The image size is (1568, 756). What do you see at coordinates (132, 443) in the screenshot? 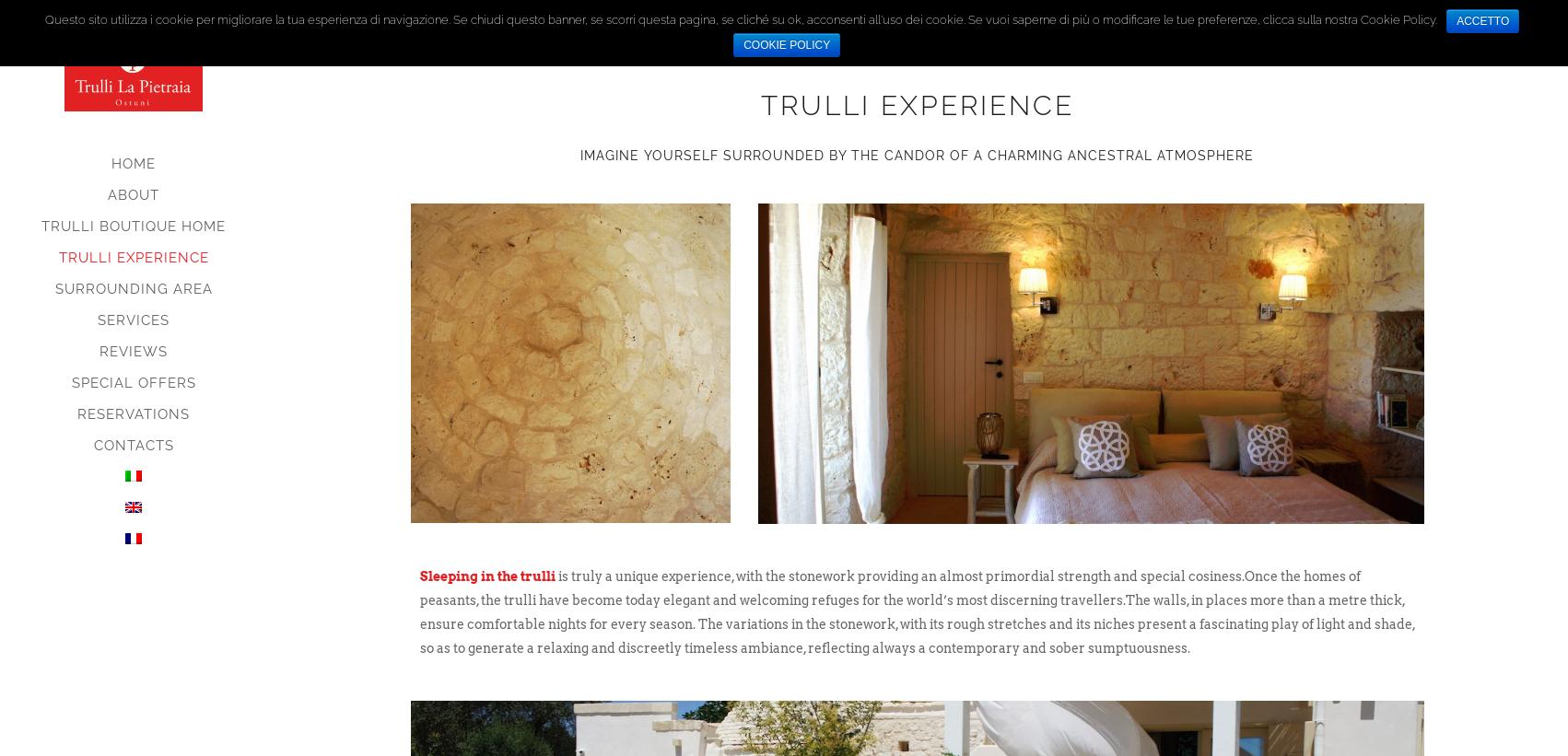
I see `'Contacts'` at bounding box center [132, 443].